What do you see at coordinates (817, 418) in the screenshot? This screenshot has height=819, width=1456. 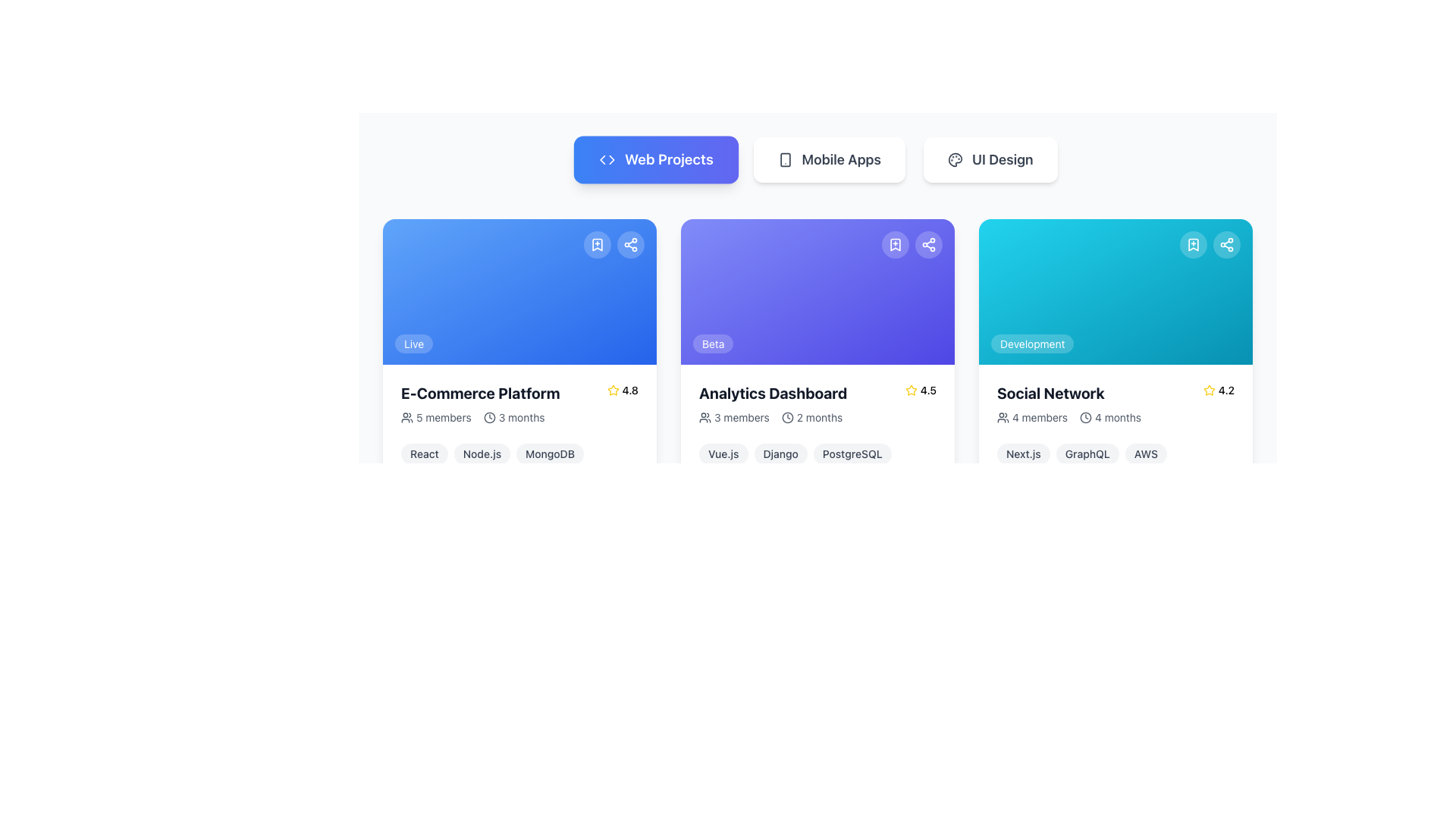 I see `the composite informational component providing metadata about the project, located in the bottom area of the card listing for the 'Analytics Dashboard'` at bounding box center [817, 418].